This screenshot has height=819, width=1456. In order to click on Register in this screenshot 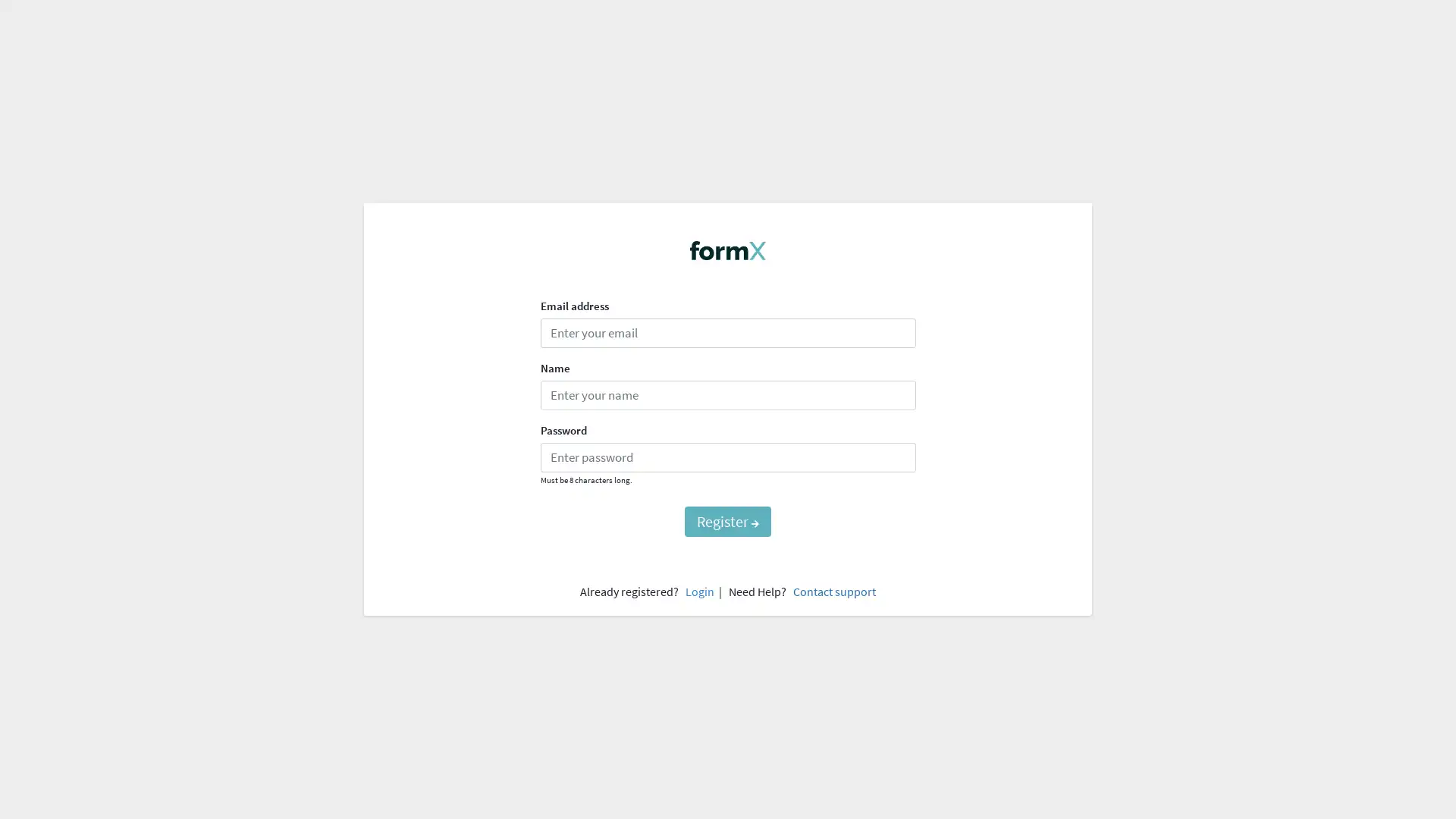, I will do `click(728, 520)`.